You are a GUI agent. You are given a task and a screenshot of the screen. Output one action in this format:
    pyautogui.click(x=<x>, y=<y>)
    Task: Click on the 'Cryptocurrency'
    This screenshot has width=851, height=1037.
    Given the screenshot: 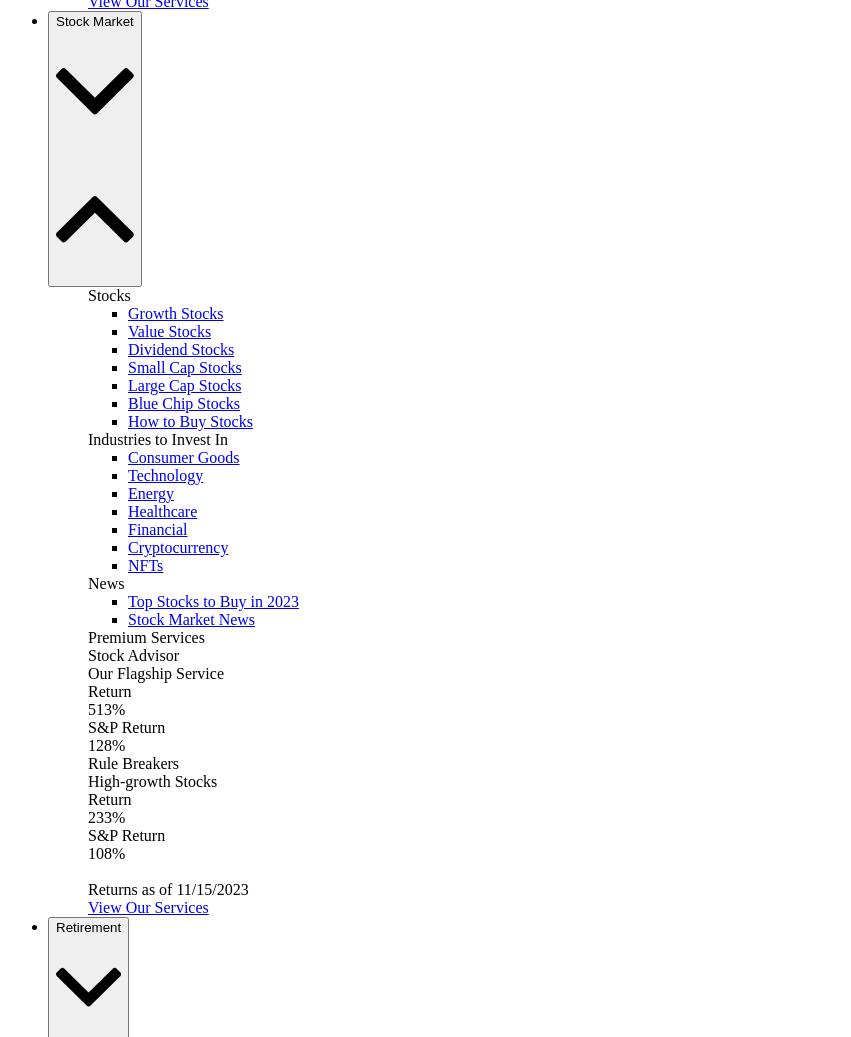 What is the action you would take?
    pyautogui.click(x=177, y=547)
    